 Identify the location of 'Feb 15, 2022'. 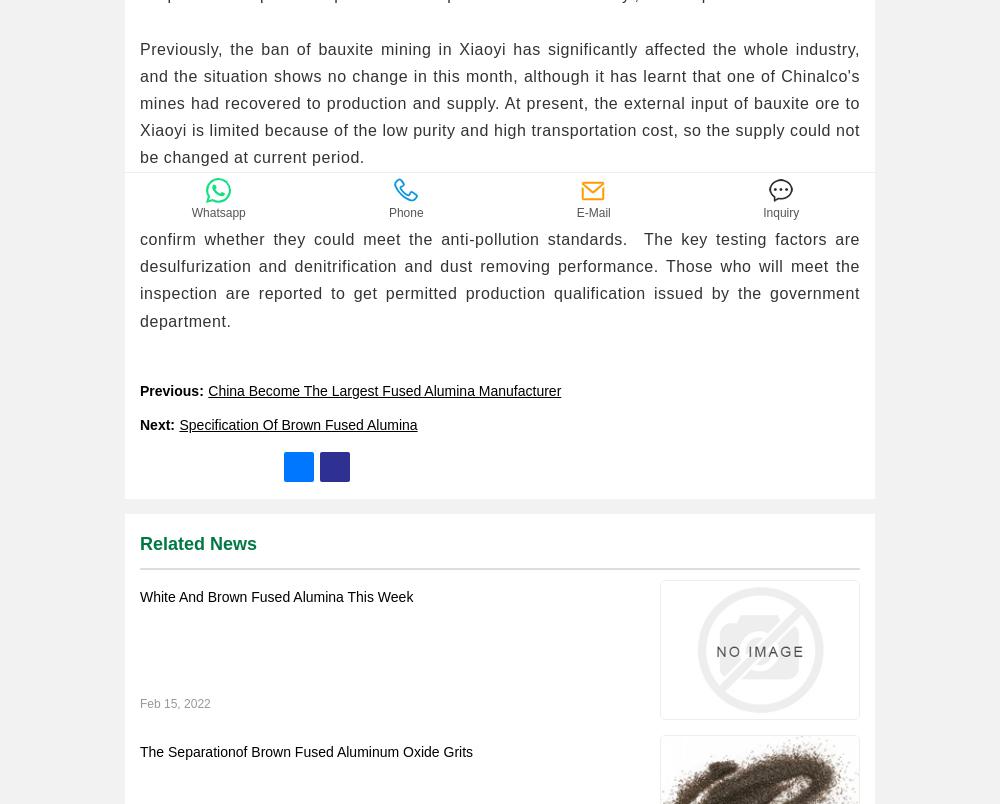
(175, 702).